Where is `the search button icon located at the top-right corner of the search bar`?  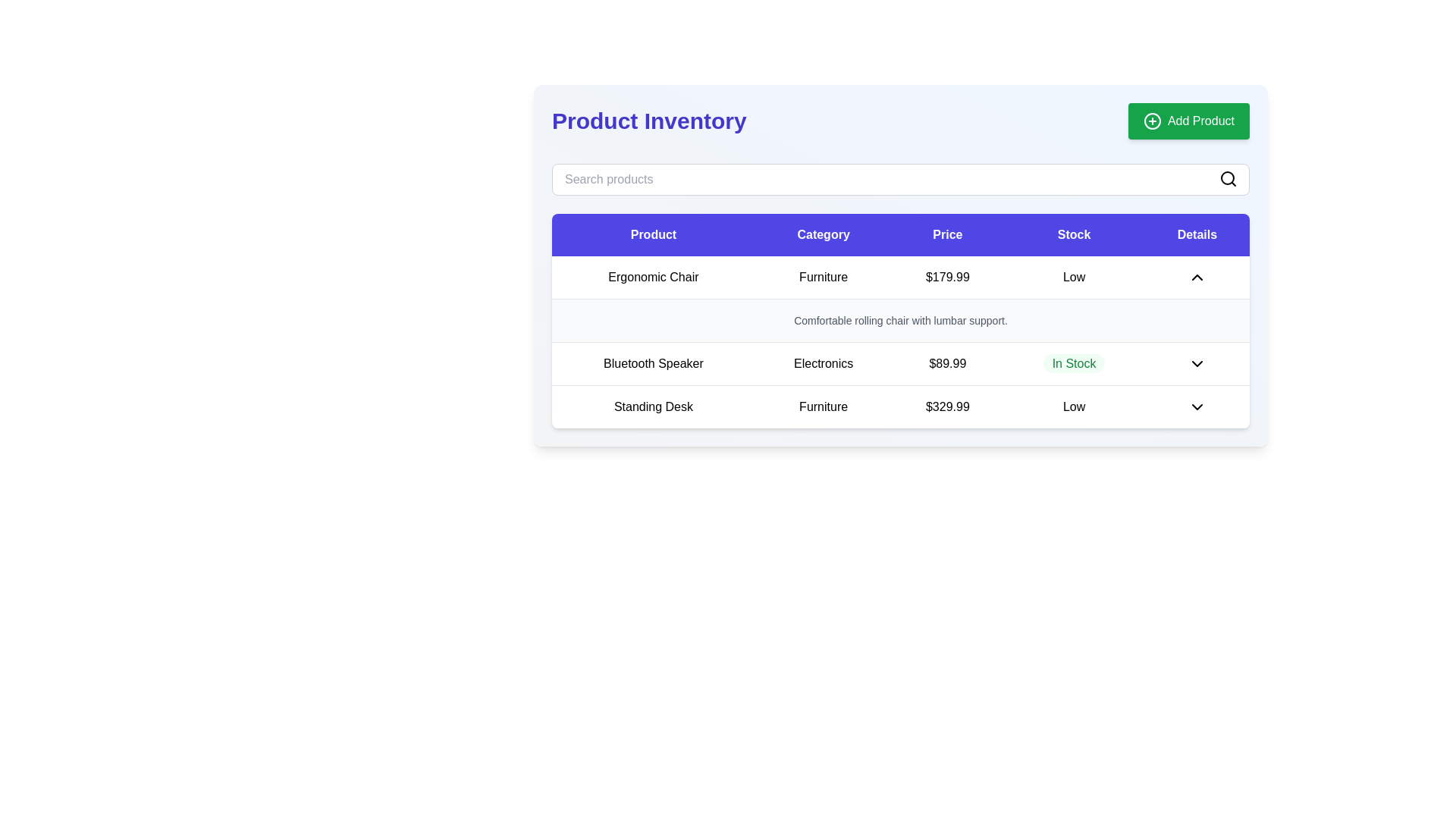 the search button icon located at the top-right corner of the search bar is located at coordinates (1228, 177).